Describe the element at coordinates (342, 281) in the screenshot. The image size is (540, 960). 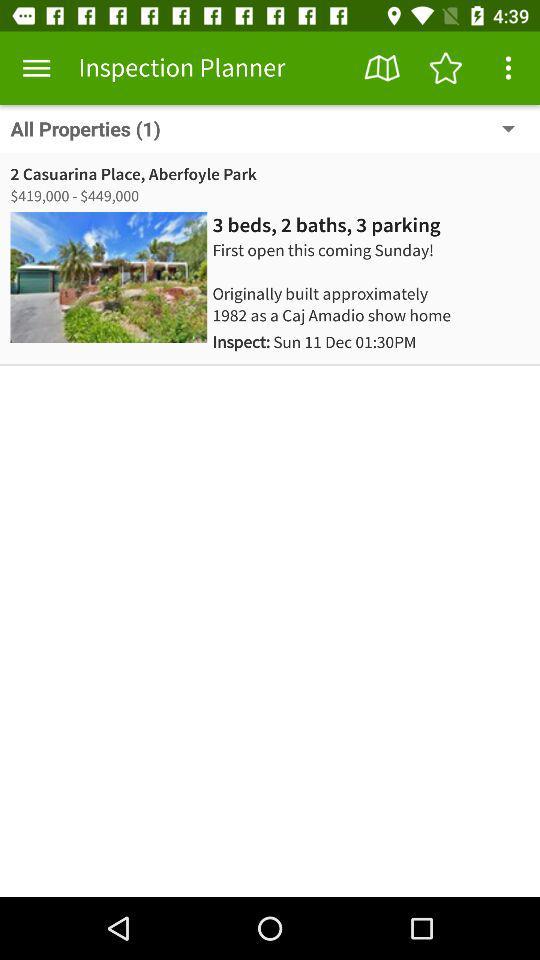
I see `first open this icon` at that location.